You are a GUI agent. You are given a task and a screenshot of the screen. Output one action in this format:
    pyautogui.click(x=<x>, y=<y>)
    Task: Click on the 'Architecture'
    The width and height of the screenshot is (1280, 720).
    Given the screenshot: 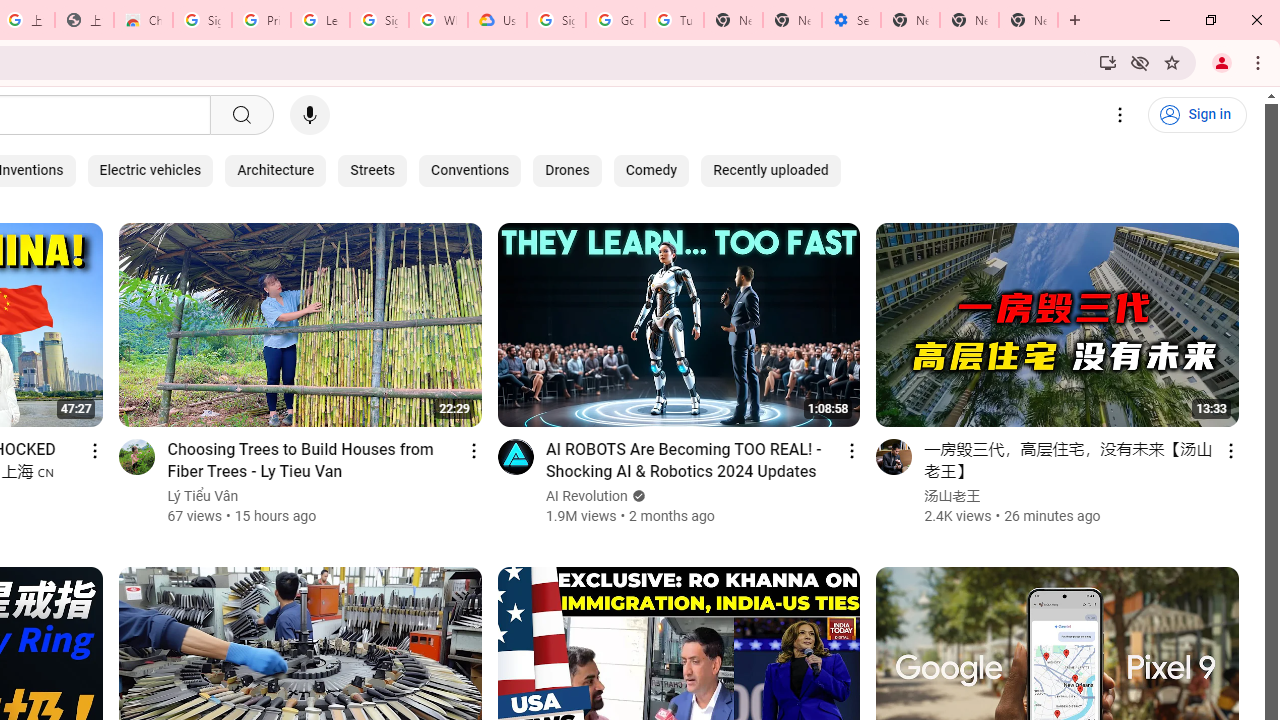 What is the action you would take?
    pyautogui.click(x=274, y=170)
    